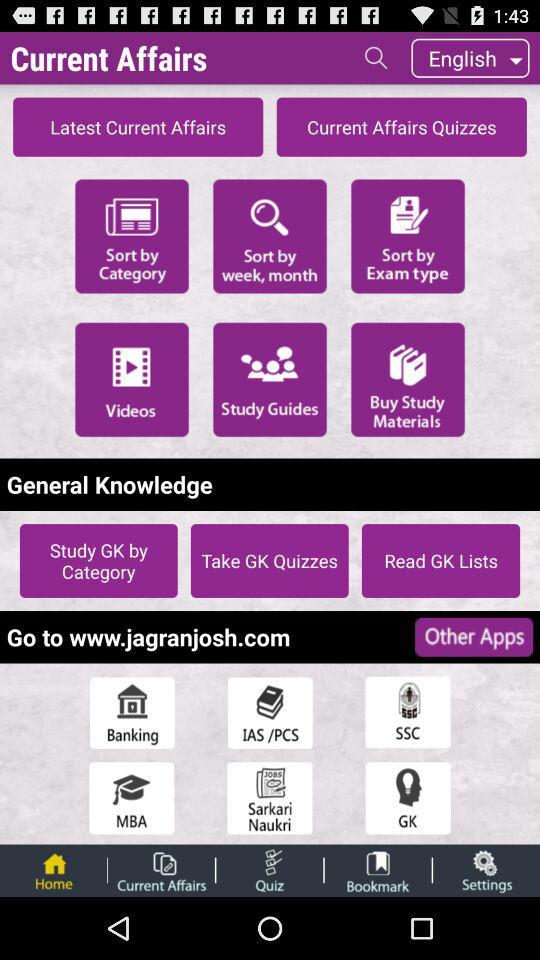 The image size is (540, 960). Describe the element at coordinates (269, 560) in the screenshot. I see `the button to the right of the study gk by button` at that location.